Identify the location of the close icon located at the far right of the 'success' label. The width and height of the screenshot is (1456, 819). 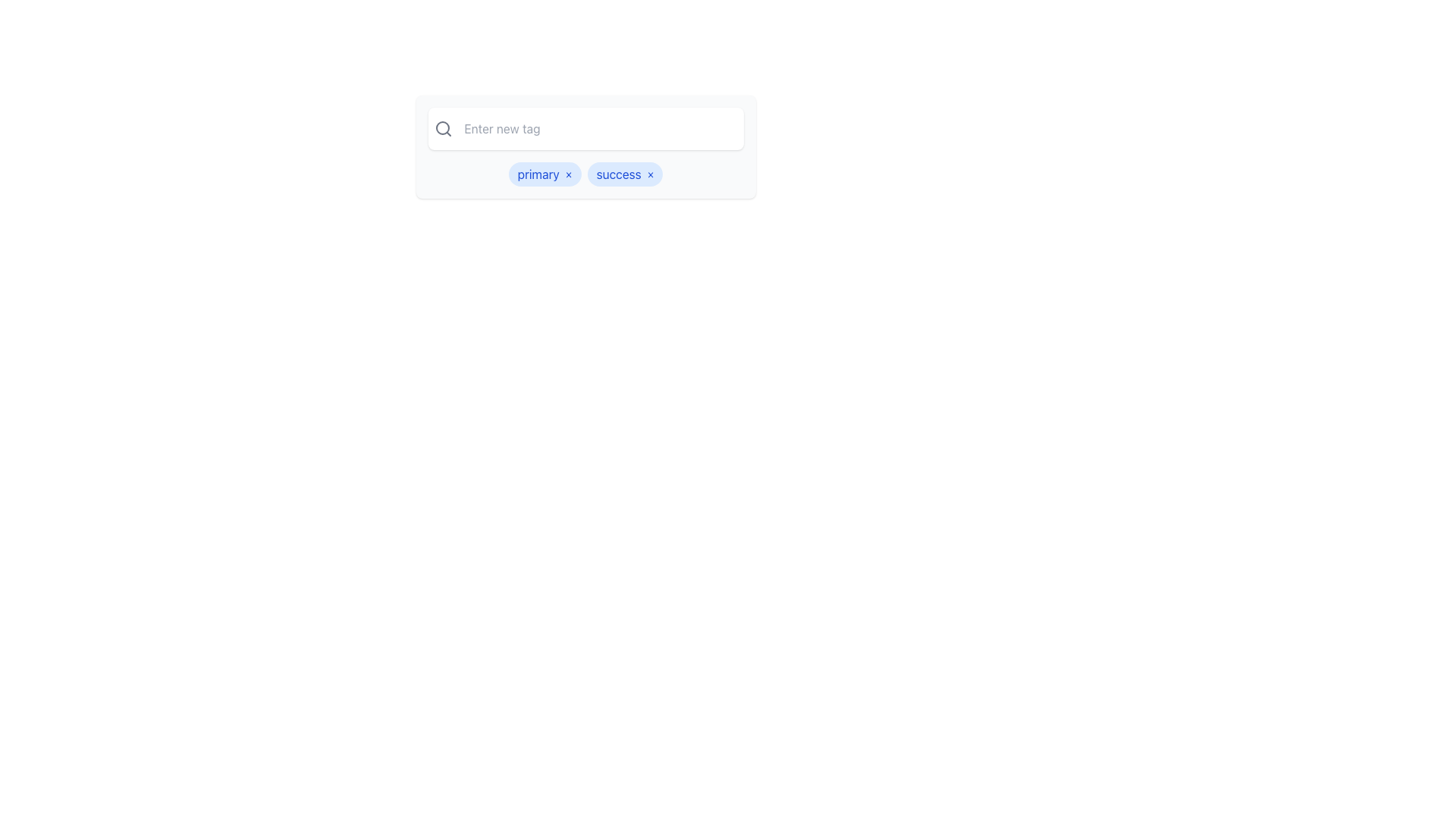
(651, 174).